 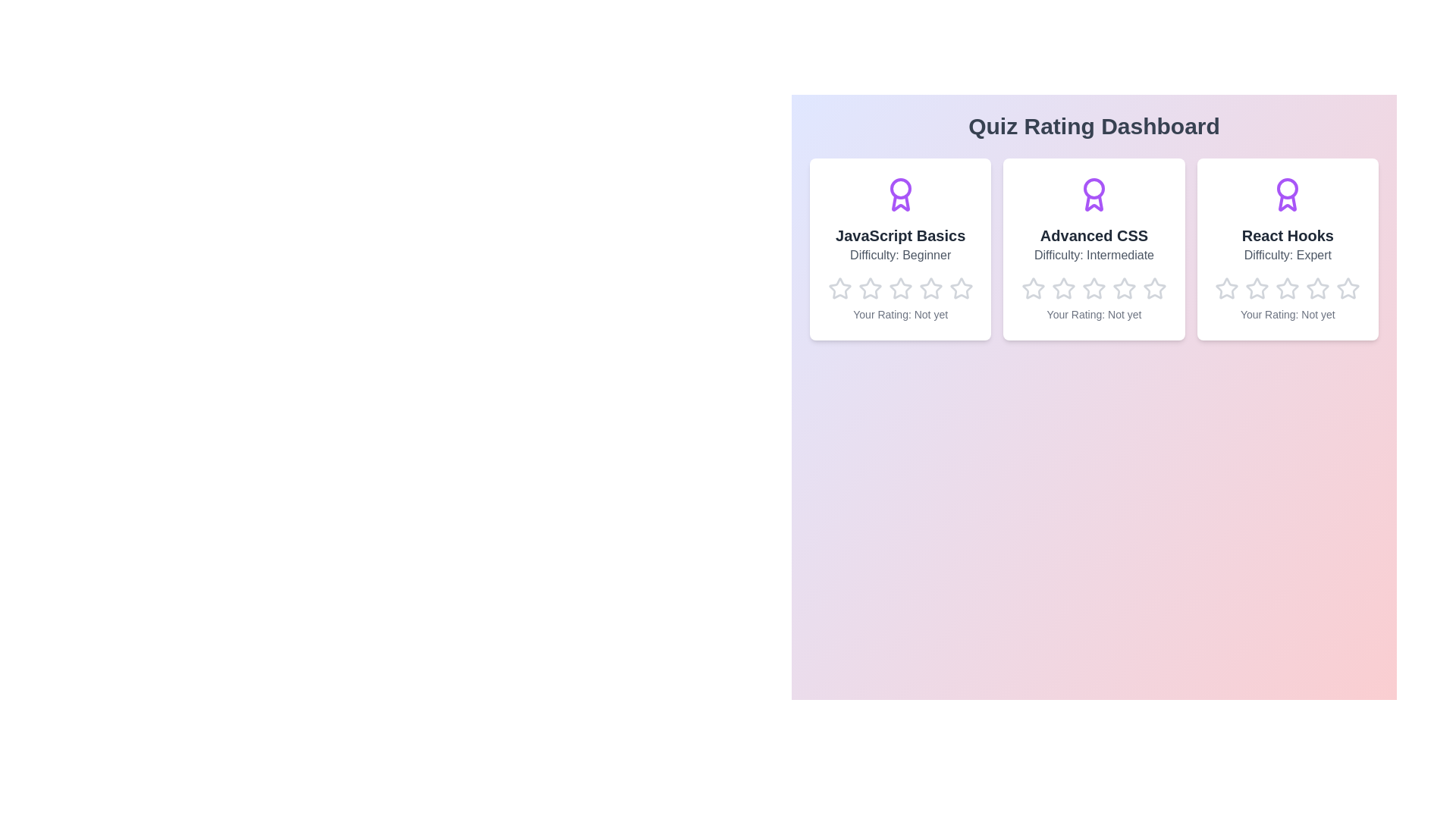 I want to click on the star corresponding to the rating 3 for the quiz Advanced CSS, so click(x=1081, y=277).